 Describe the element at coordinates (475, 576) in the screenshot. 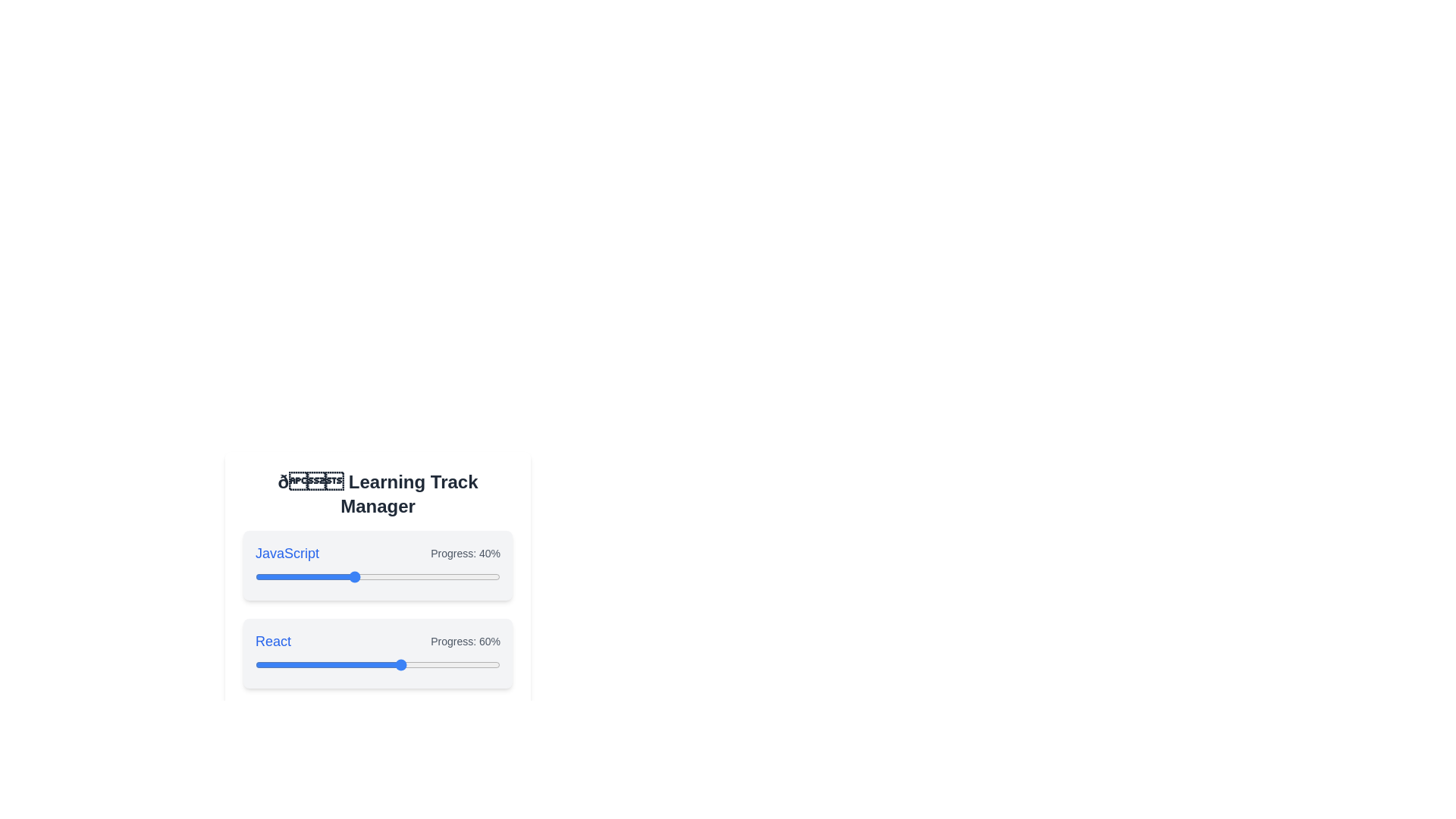

I see `the progress for 'JavaScript' track` at that location.